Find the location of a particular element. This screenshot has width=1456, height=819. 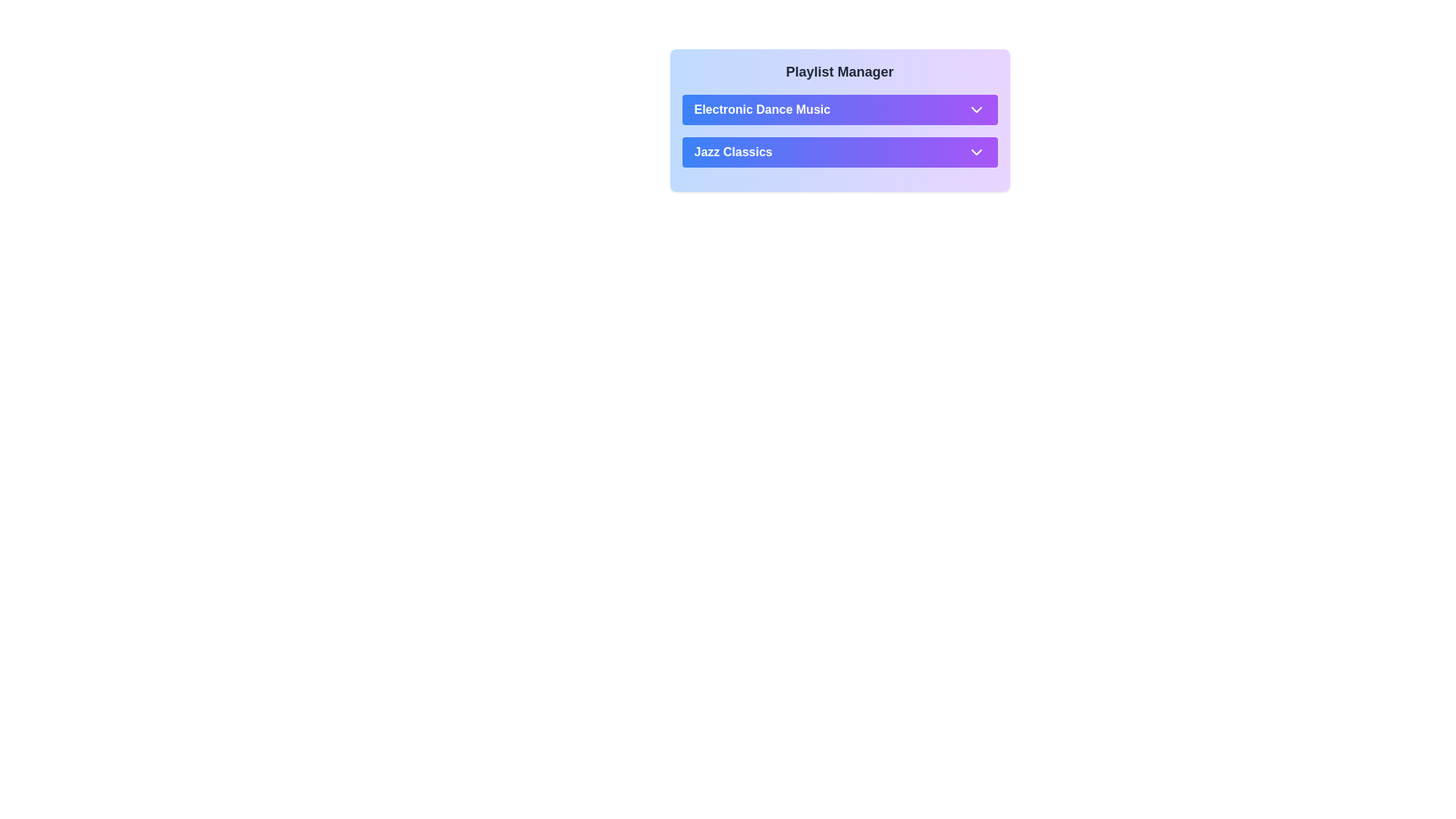

the first button in the 'Playlist Manager' section is located at coordinates (839, 109).